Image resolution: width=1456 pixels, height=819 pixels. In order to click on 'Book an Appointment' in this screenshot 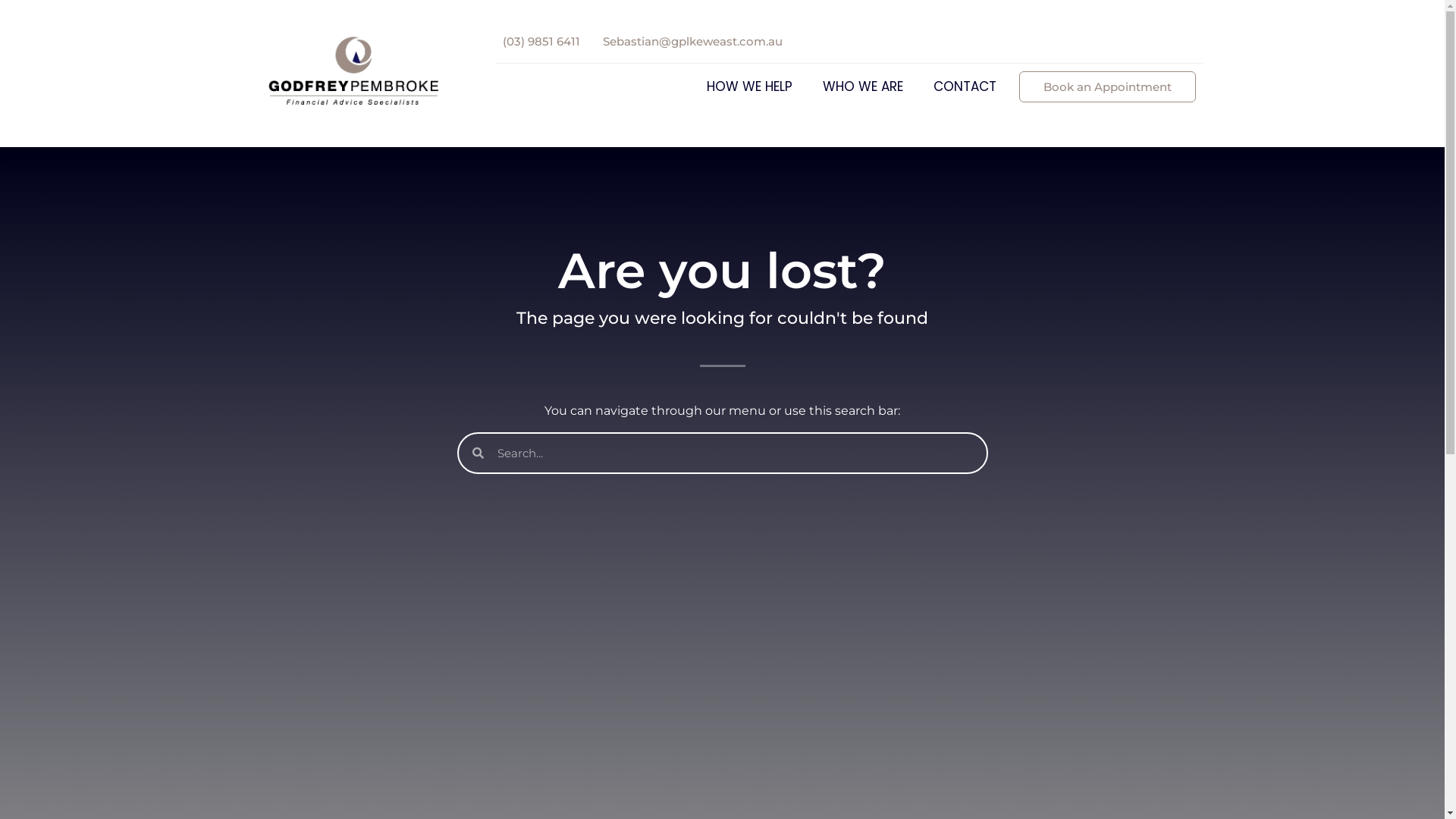, I will do `click(1106, 86)`.